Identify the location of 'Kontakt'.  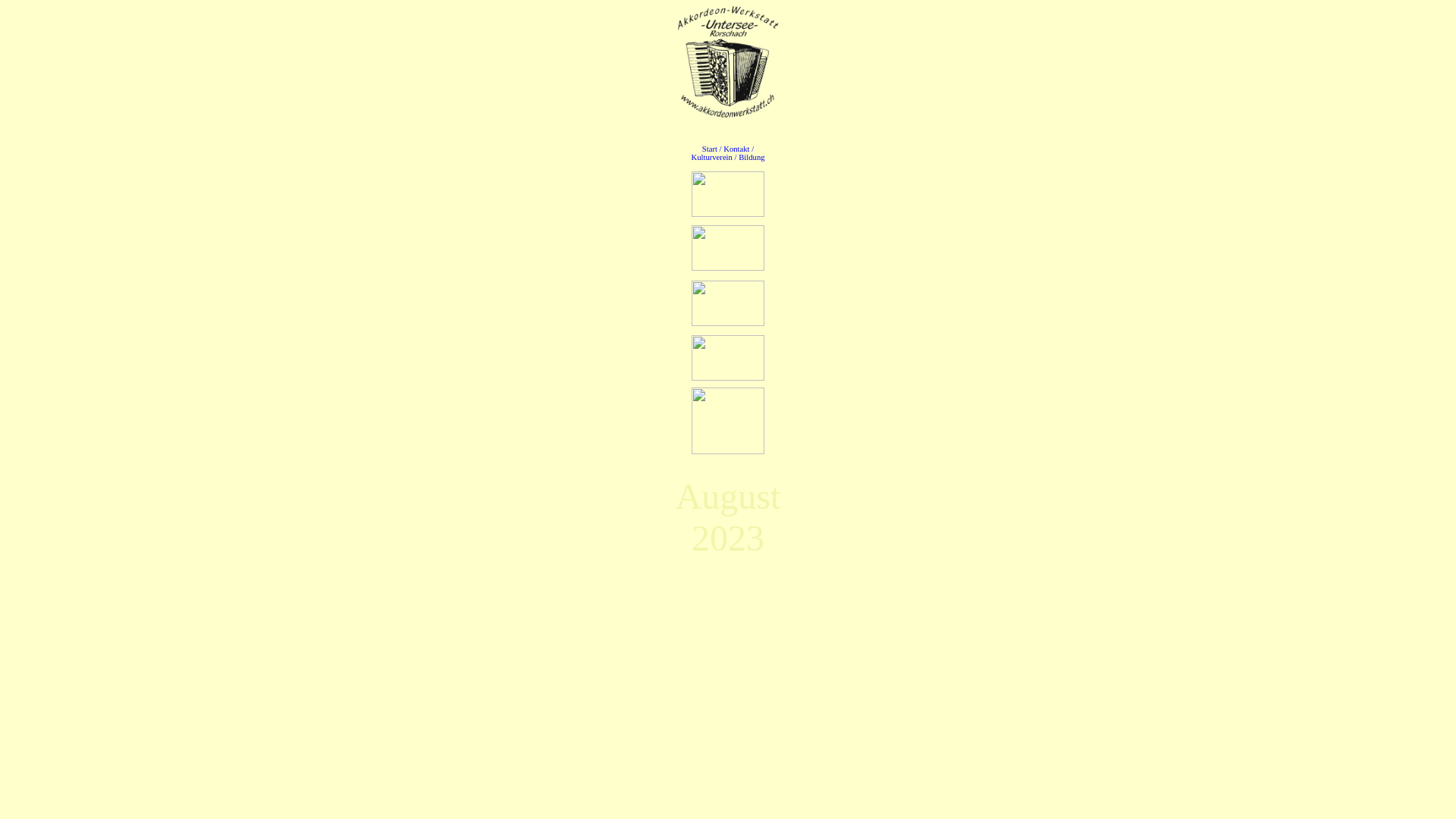
(736, 149).